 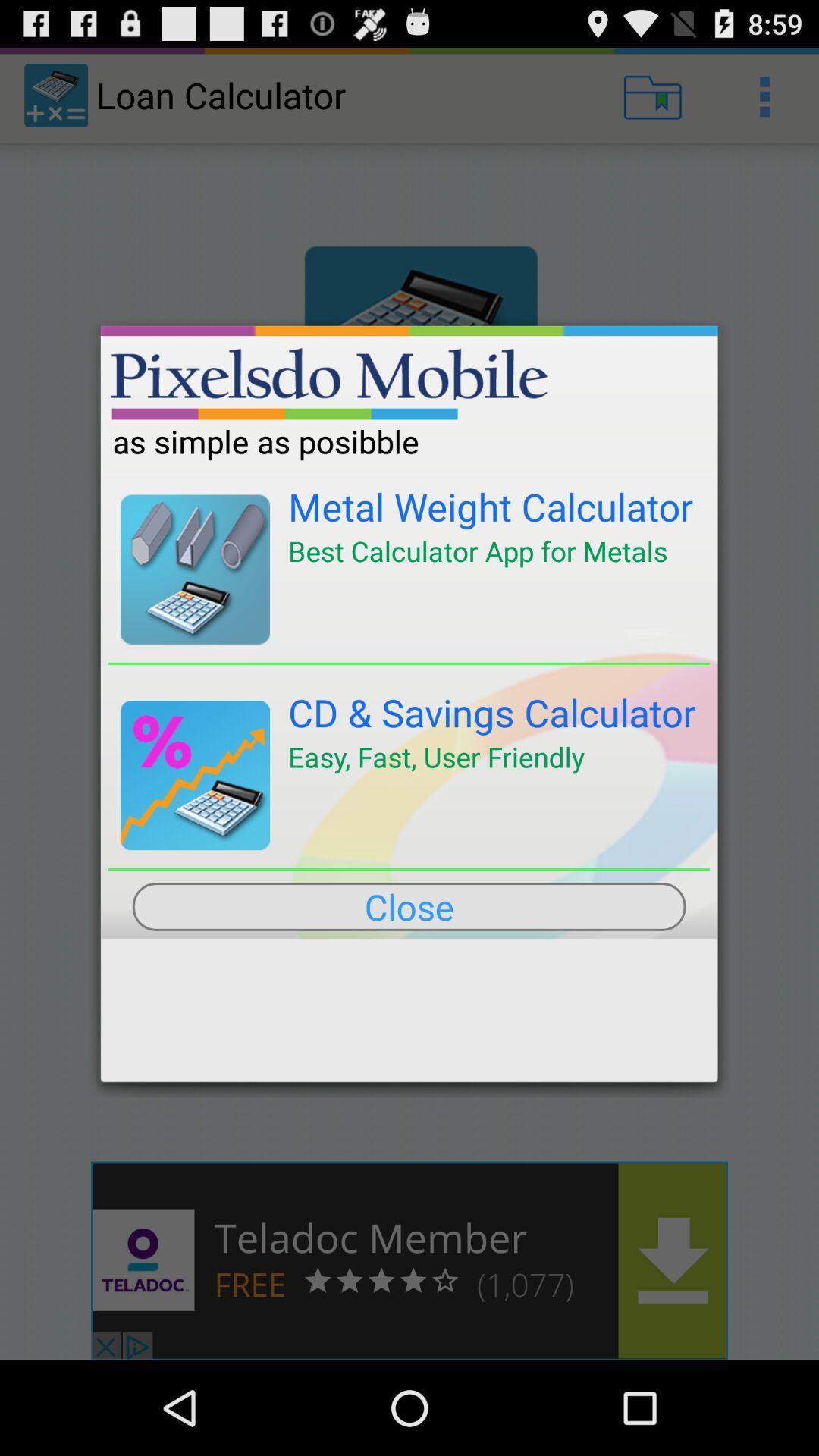 I want to click on close, so click(x=408, y=906).